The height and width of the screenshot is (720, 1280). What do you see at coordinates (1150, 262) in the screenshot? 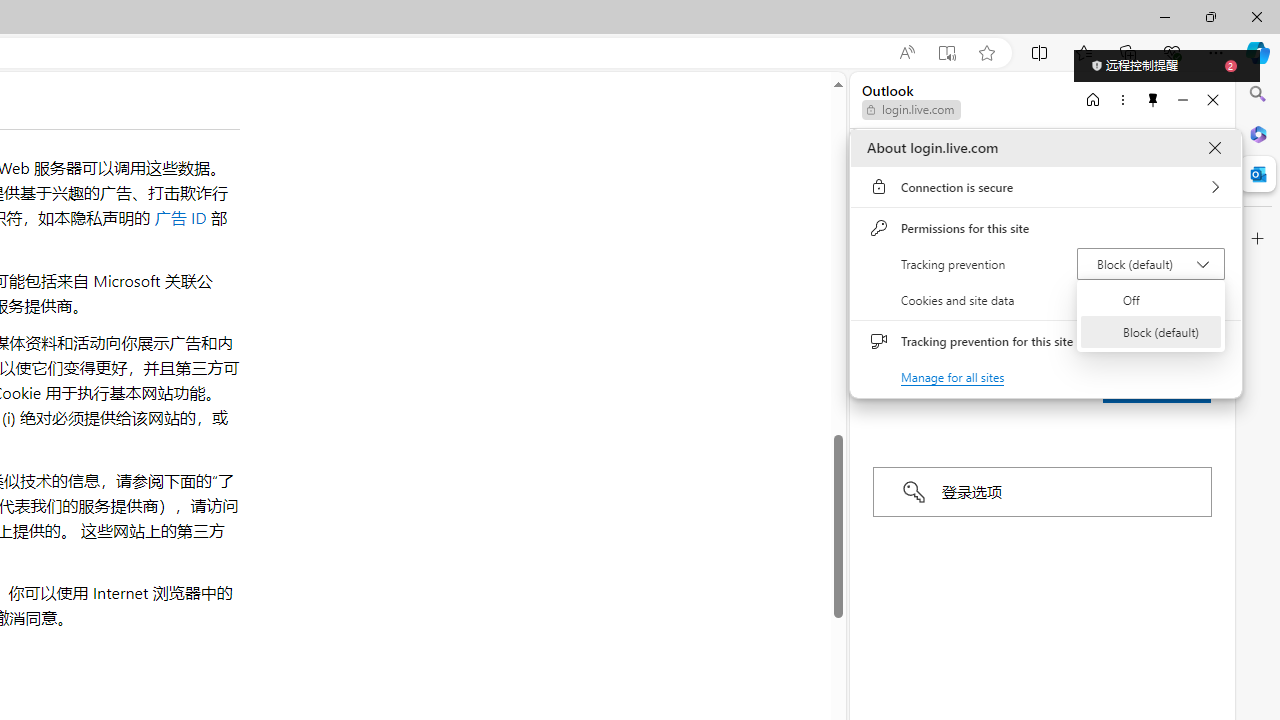
I see `'Tracking prevention Block (default)'` at bounding box center [1150, 262].